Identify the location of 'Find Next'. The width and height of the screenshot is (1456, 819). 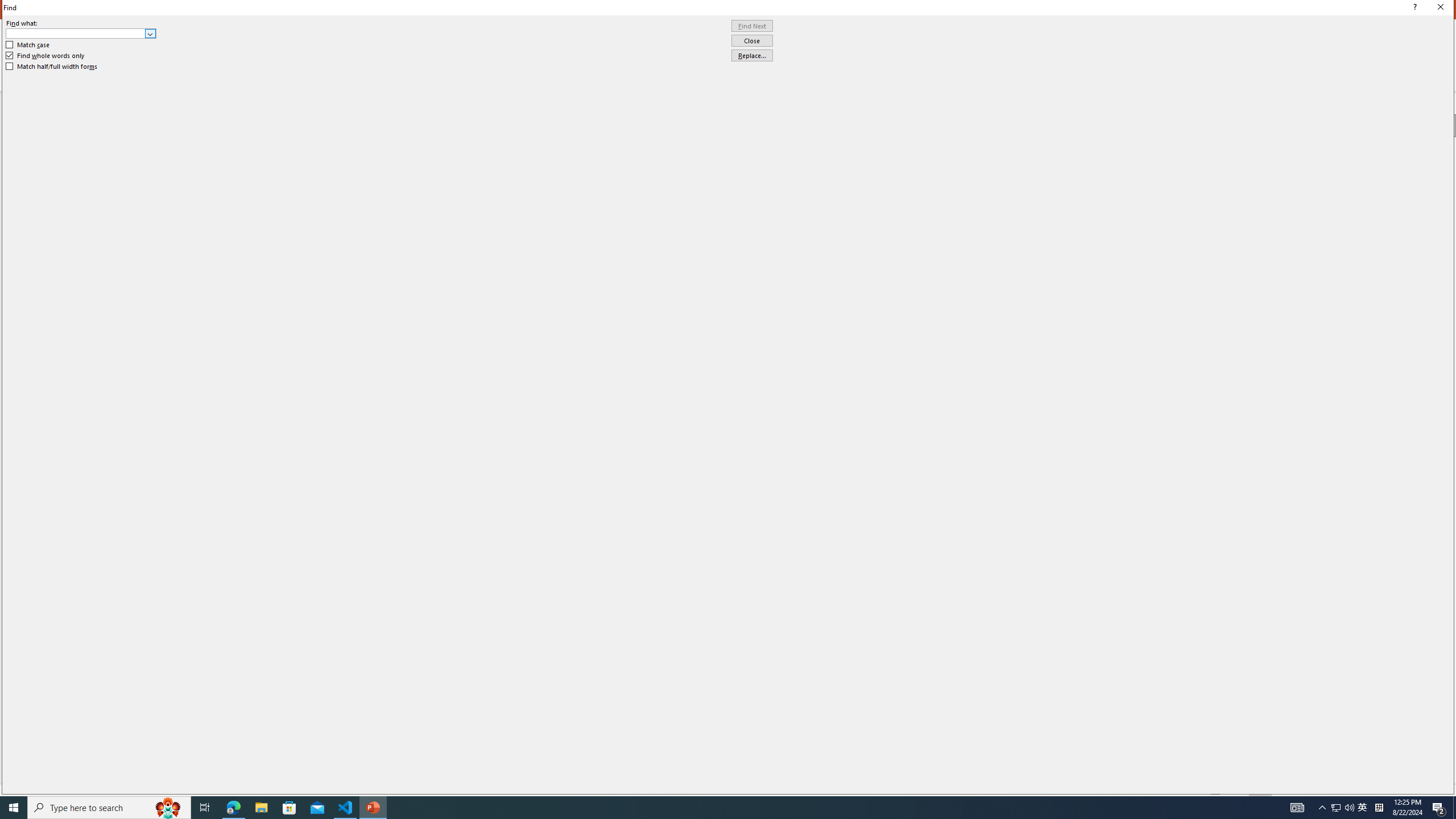
(751, 26).